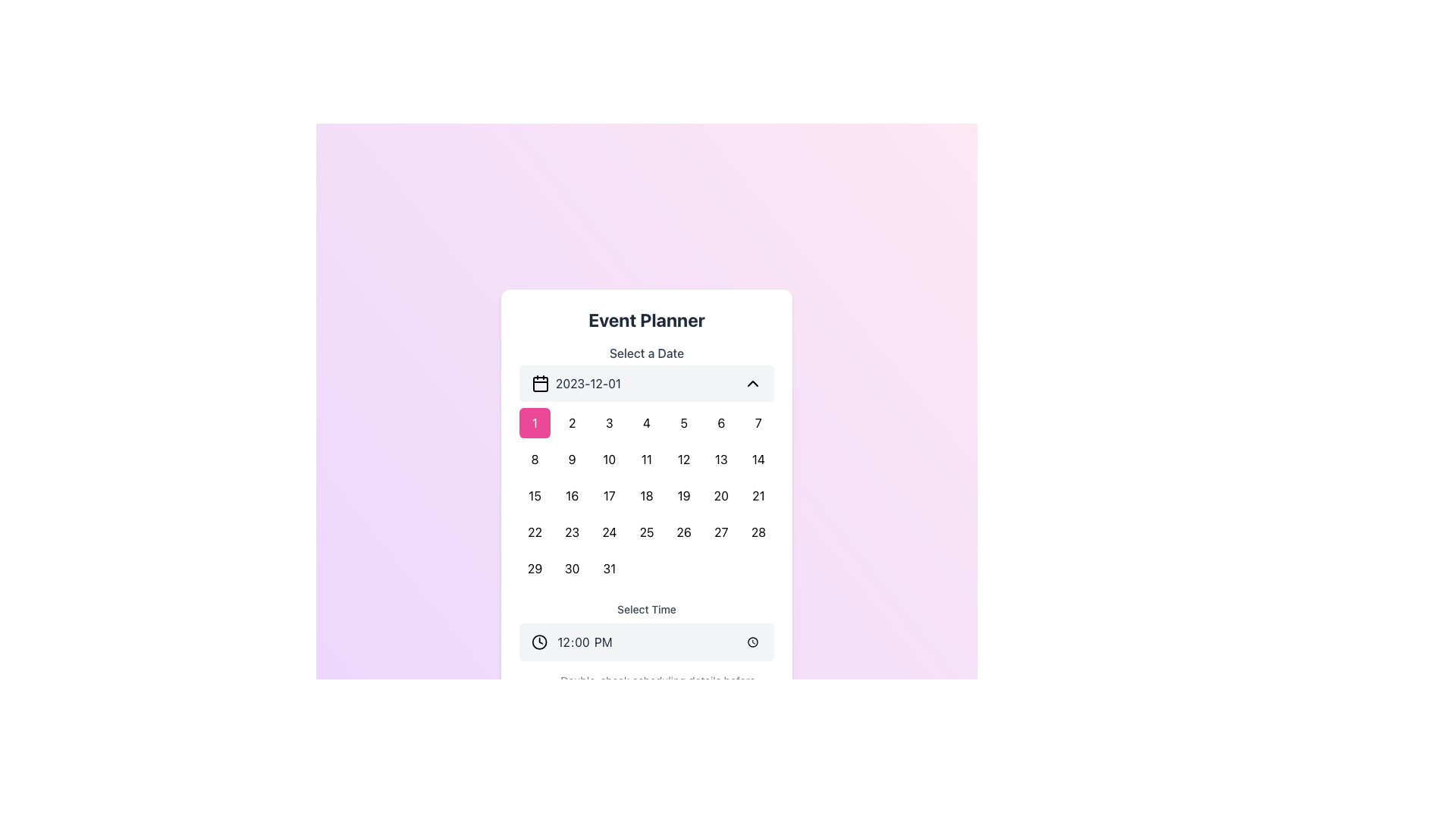 The image size is (1456, 819). I want to click on the button labeled '24' in the calendar grid, so click(609, 532).